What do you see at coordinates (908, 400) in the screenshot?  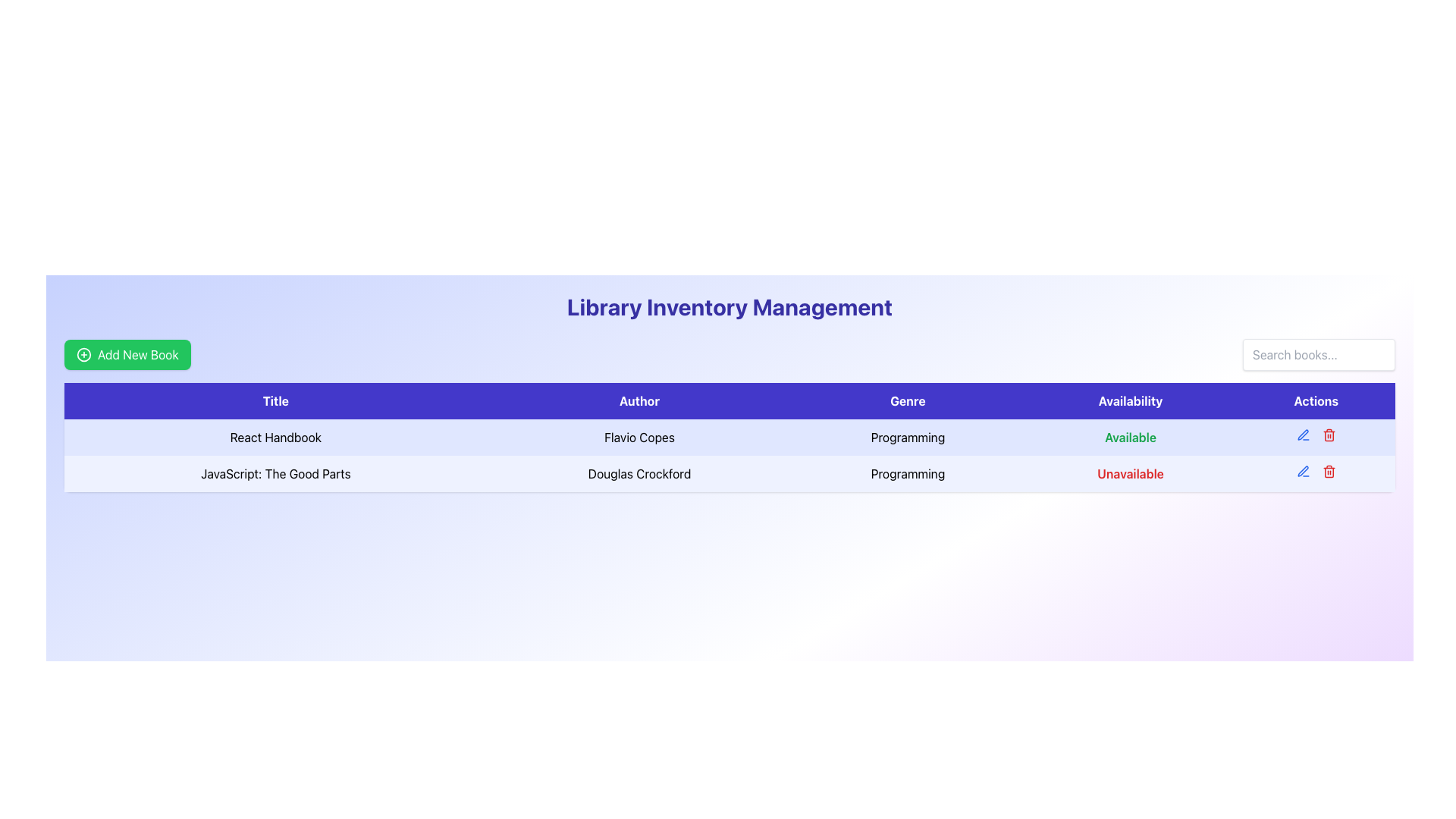 I see `the 'Genre' column header in the data table, which is the third column header located between the 'Author' and 'Availability' headers` at bounding box center [908, 400].